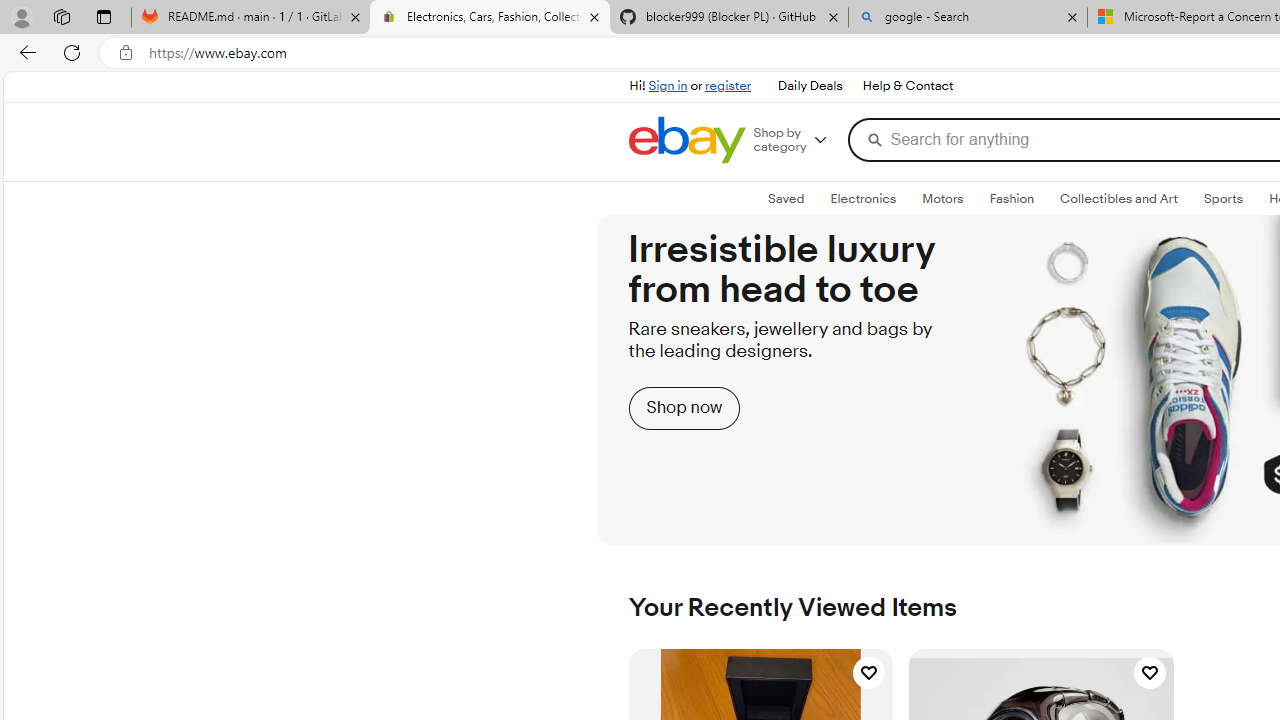  What do you see at coordinates (785, 199) in the screenshot?
I see `'Saved'` at bounding box center [785, 199].